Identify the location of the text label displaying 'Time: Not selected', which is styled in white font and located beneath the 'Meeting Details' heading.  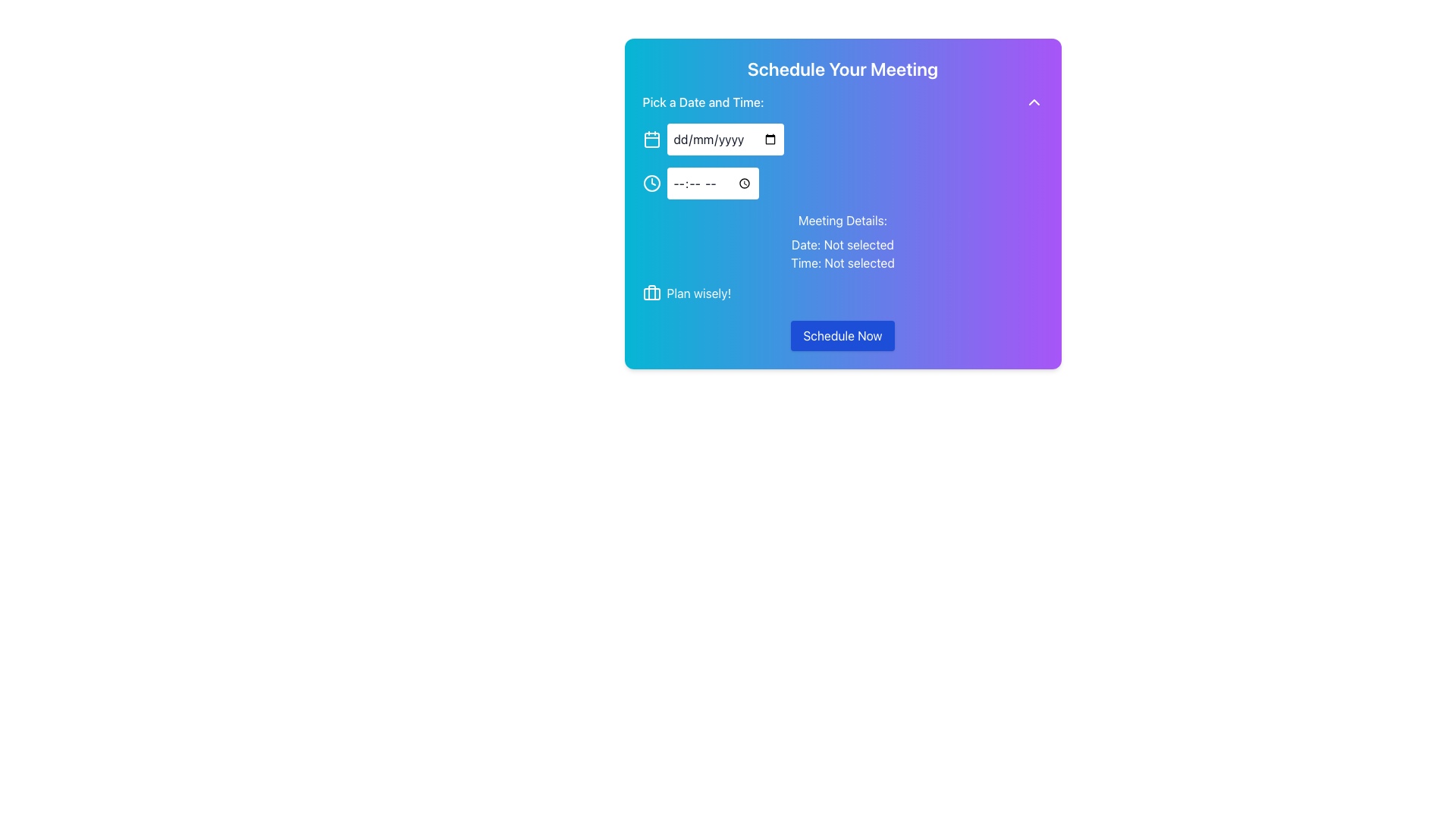
(842, 262).